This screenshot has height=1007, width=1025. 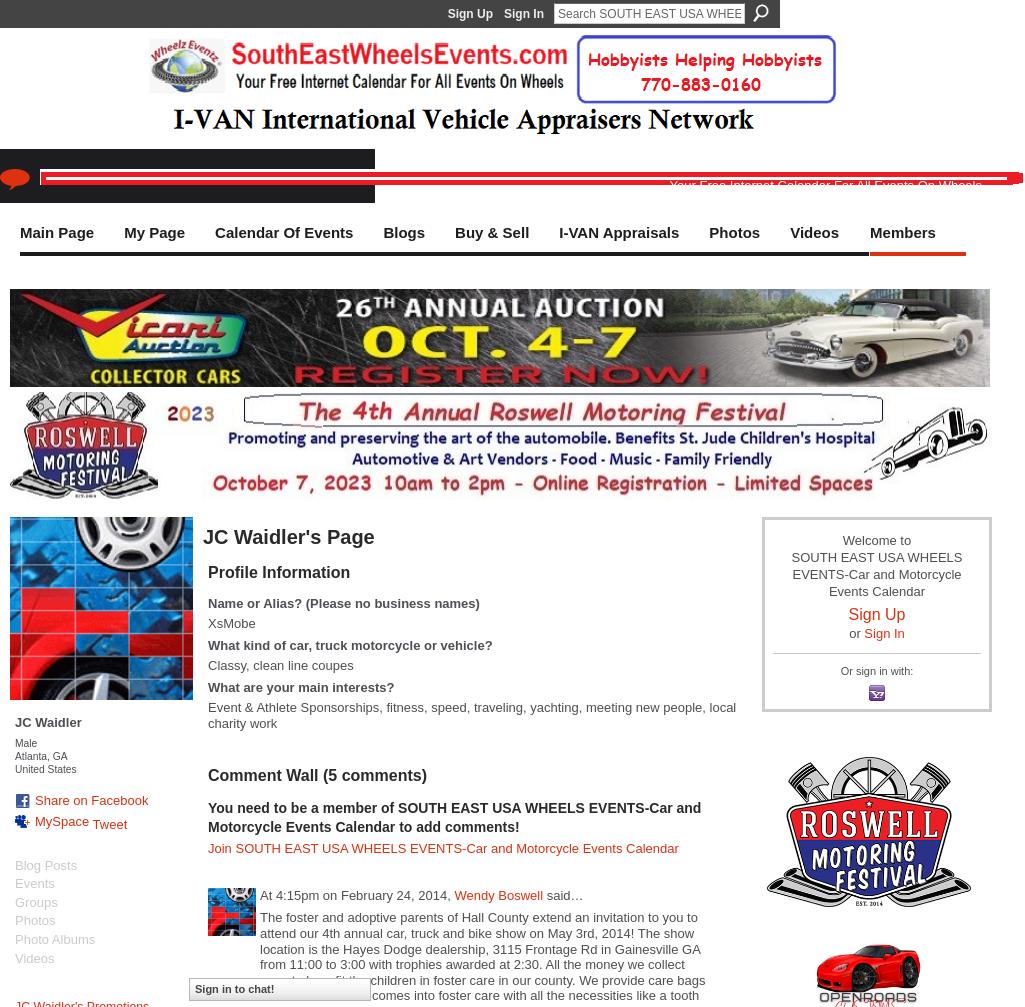 What do you see at coordinates (288, 535) in the screenshot?
I see `'JC Waidler's Page'` at bounding box center [288, 535].